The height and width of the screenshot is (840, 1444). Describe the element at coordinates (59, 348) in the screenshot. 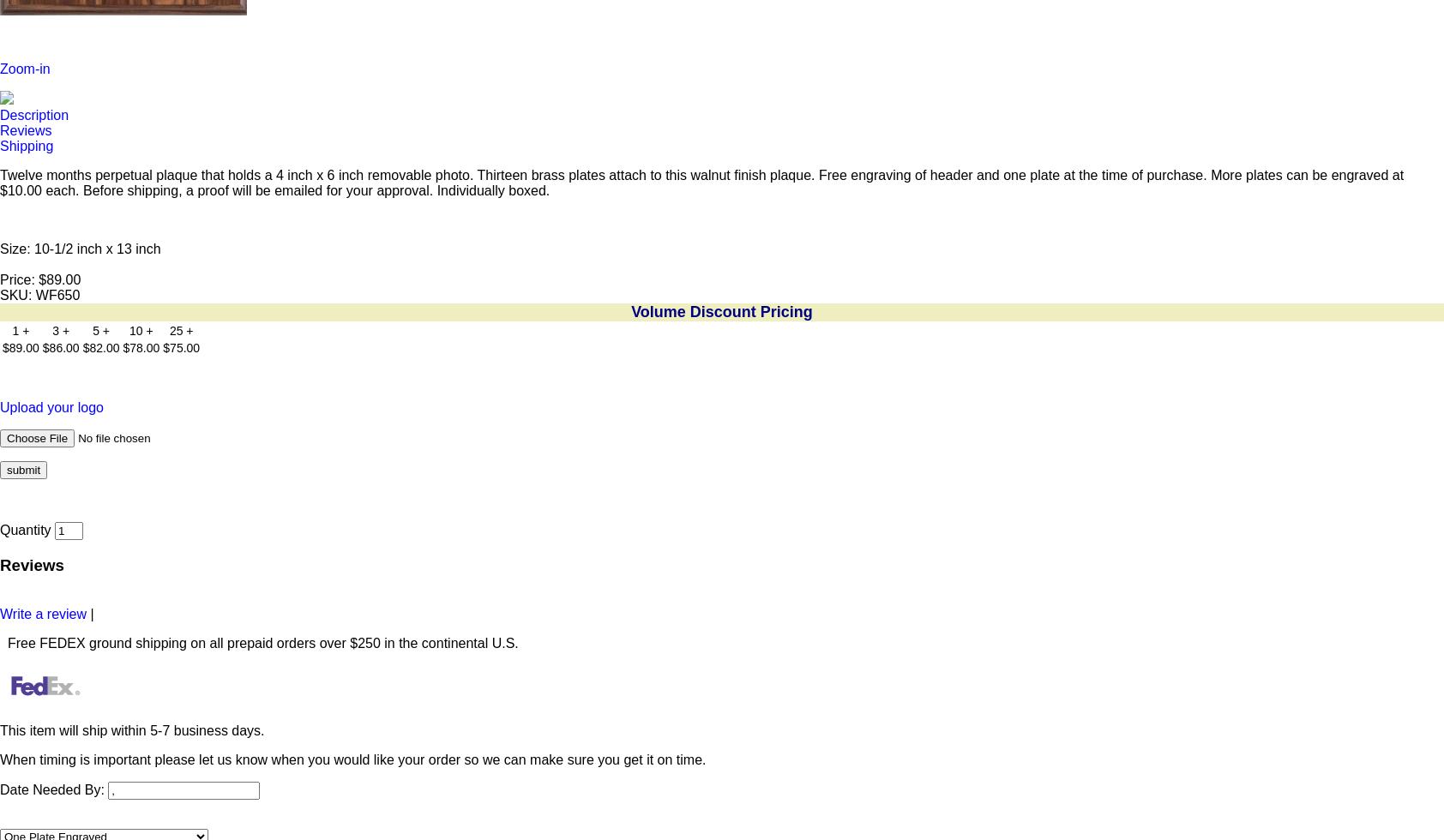

I see `'$86.00'` at that location.